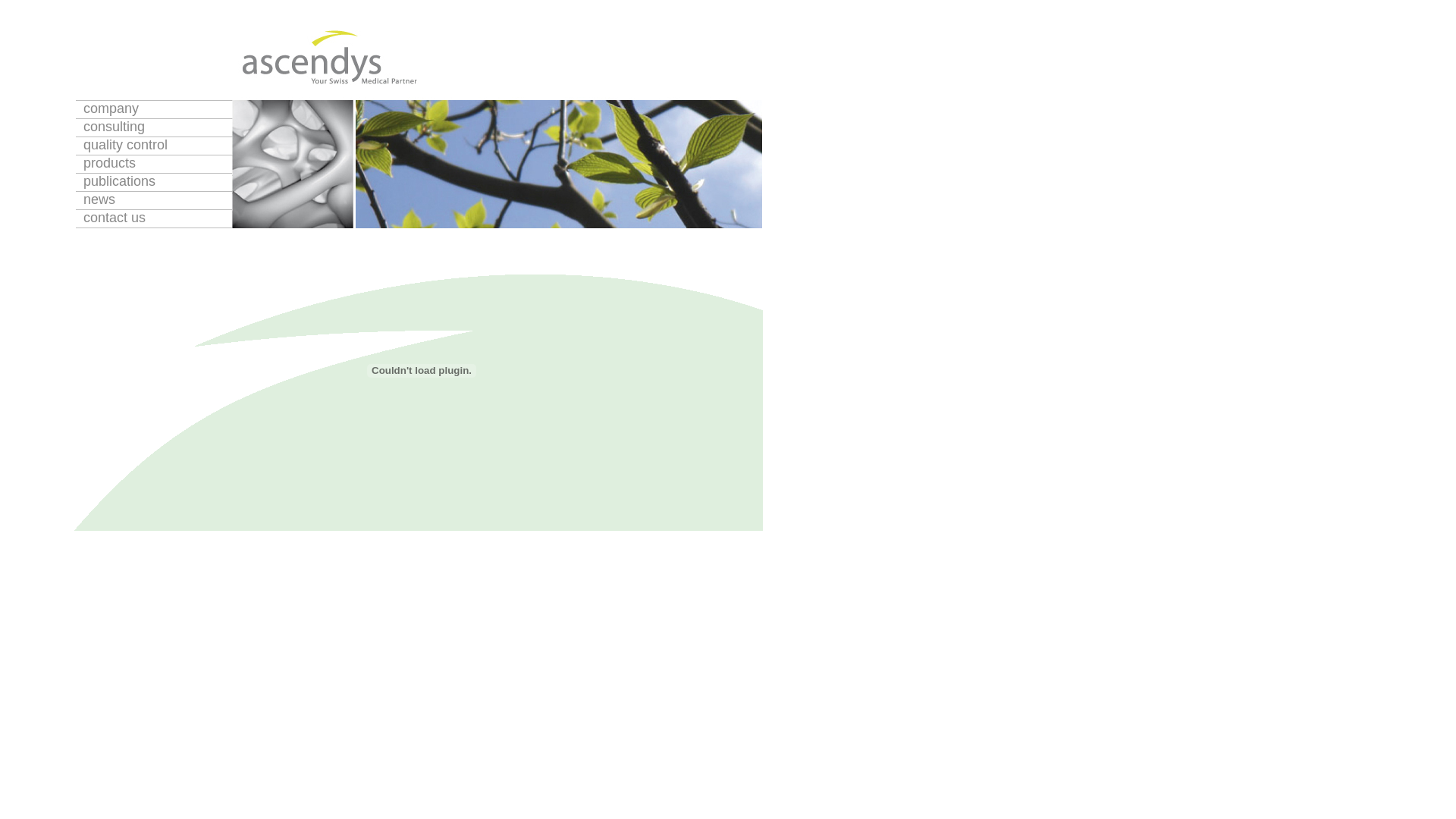 Image resolution: width=1456 pixels, height=819 pixels. I want to click on 'news', so click(153, 199).